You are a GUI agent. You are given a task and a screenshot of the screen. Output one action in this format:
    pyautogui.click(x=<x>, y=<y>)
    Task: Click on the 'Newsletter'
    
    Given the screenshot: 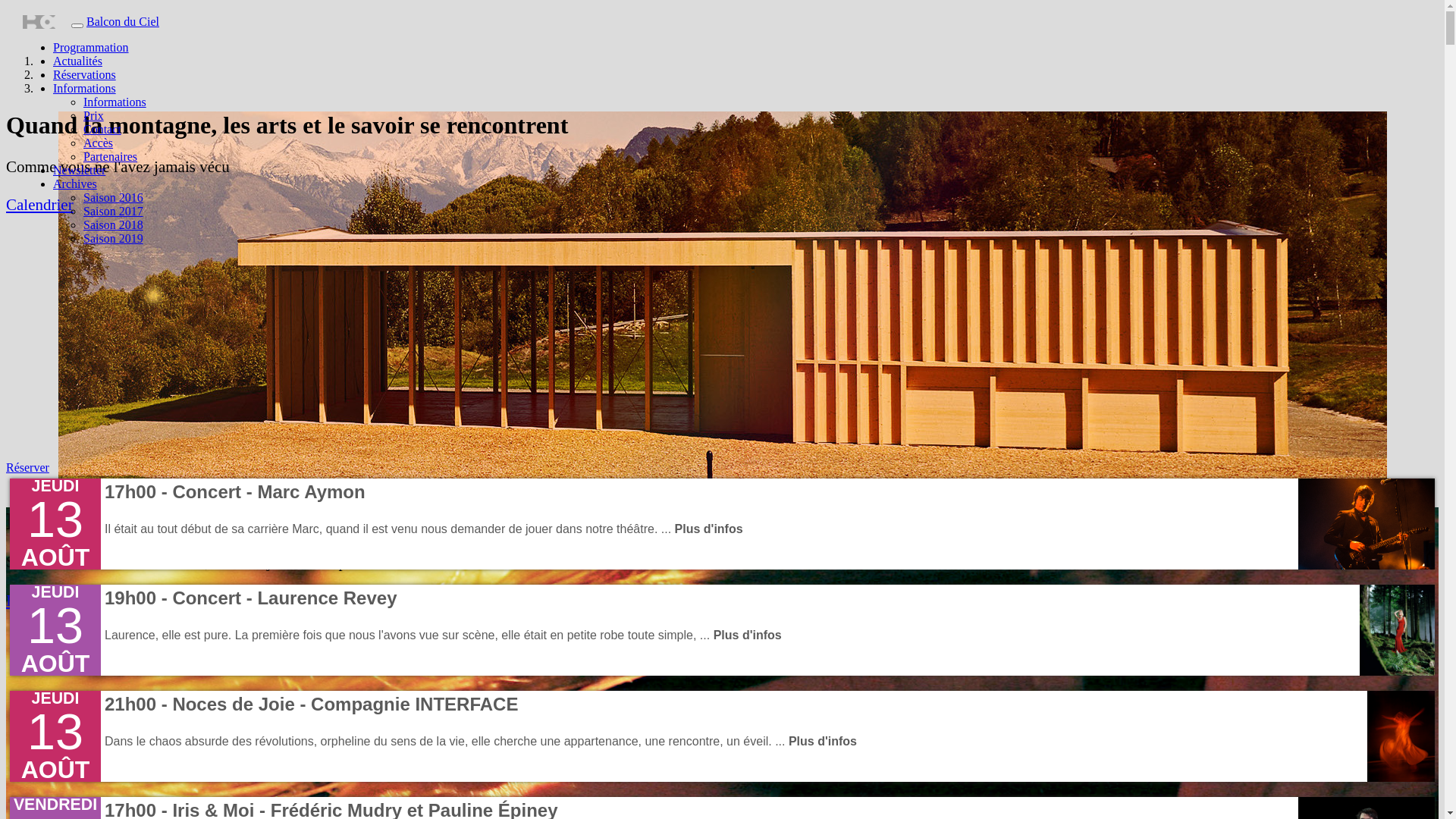 What is the action you would take?
    pyautogui.click(x=78, y=170)
    